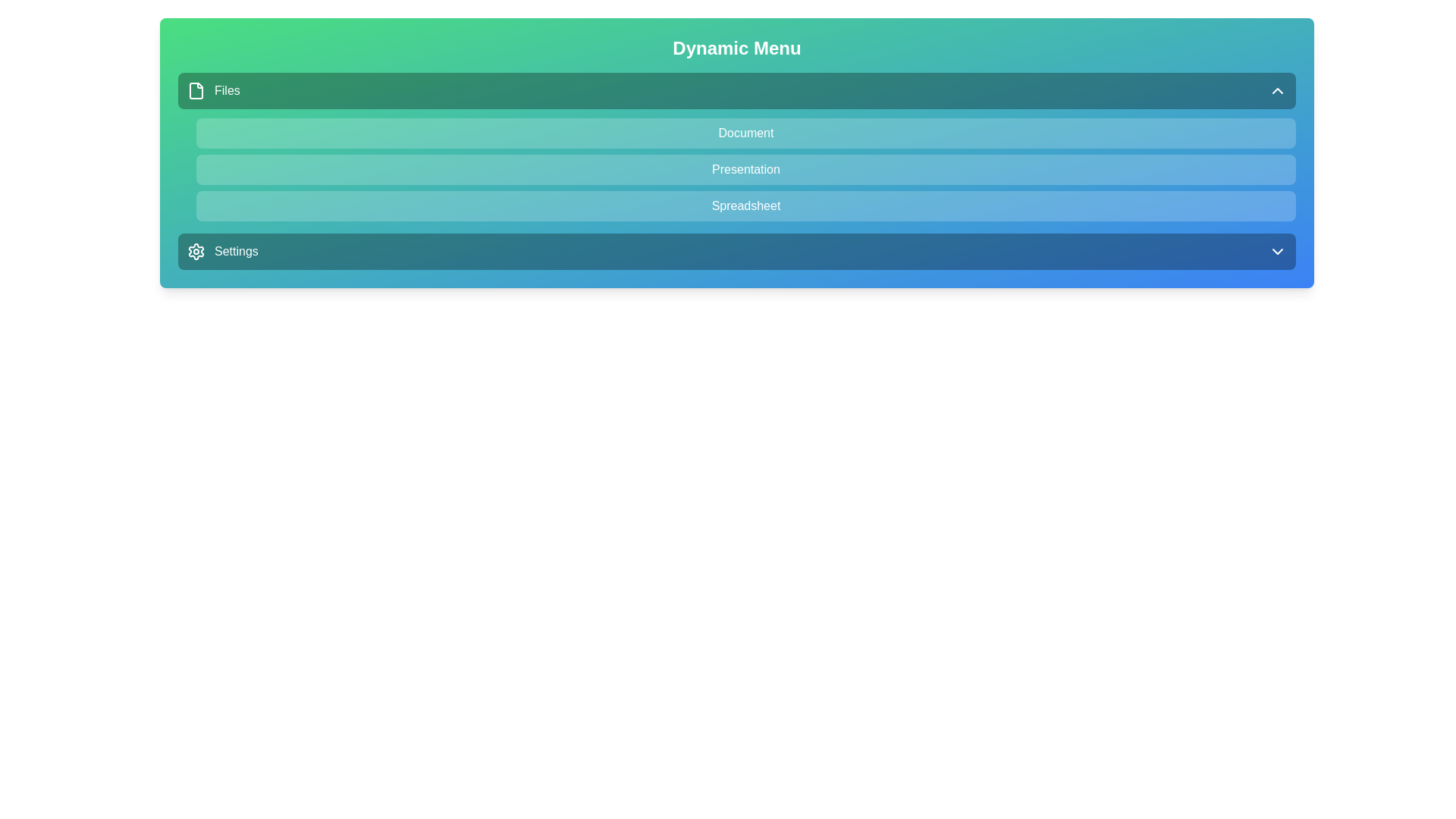  Describe the element at coordinates (196, 90) in the screenshot. I see `the SVG graphic element resembling a file icon located in the 'Files' section of the menu` at that location.